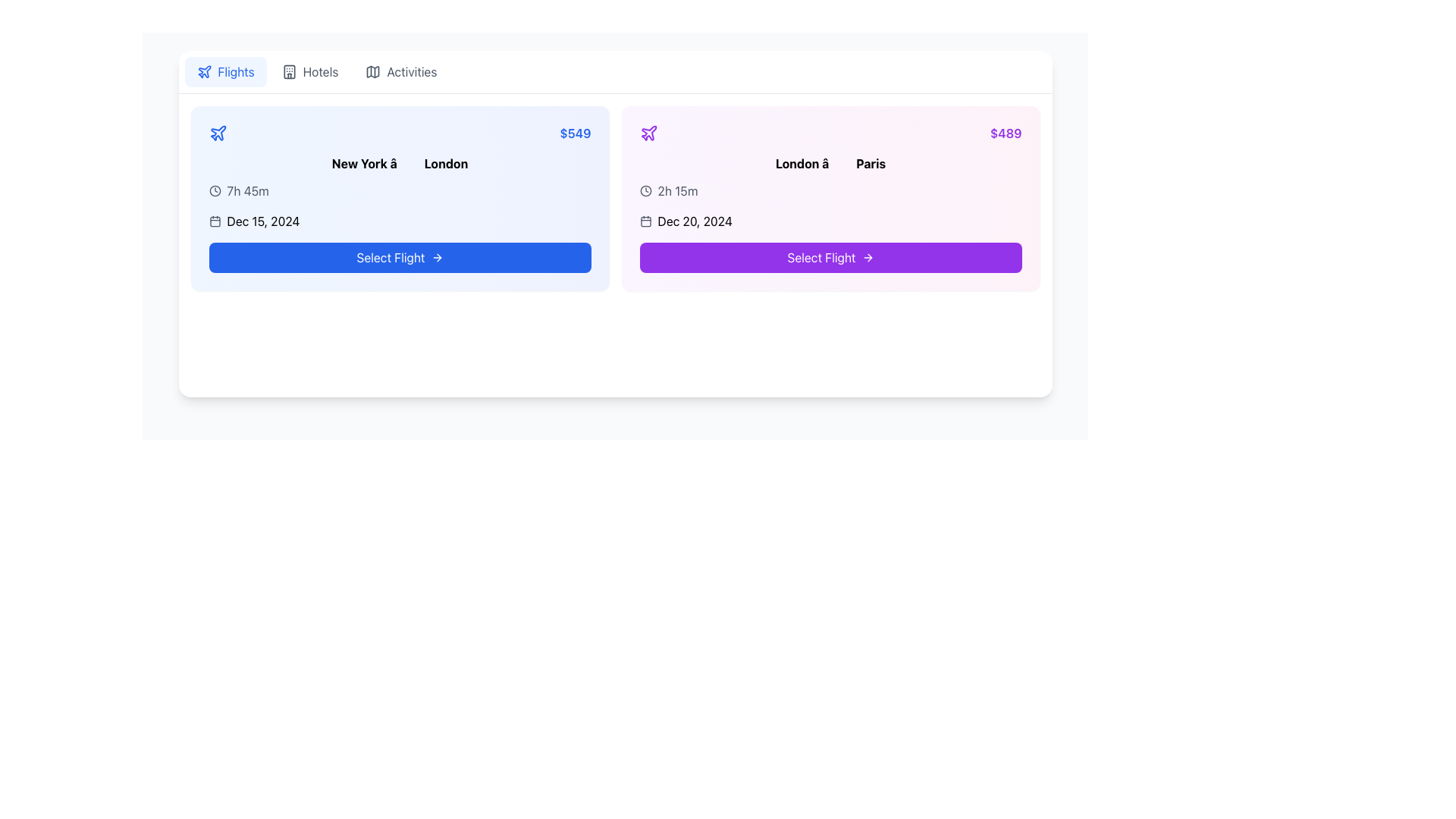  Describe the element at coordinates (645, 190) in the screenshot. I see `the time duration icon located in the second card on the right side of the user interface, positioned directly to the left of the text '2h 15m'` at that location.